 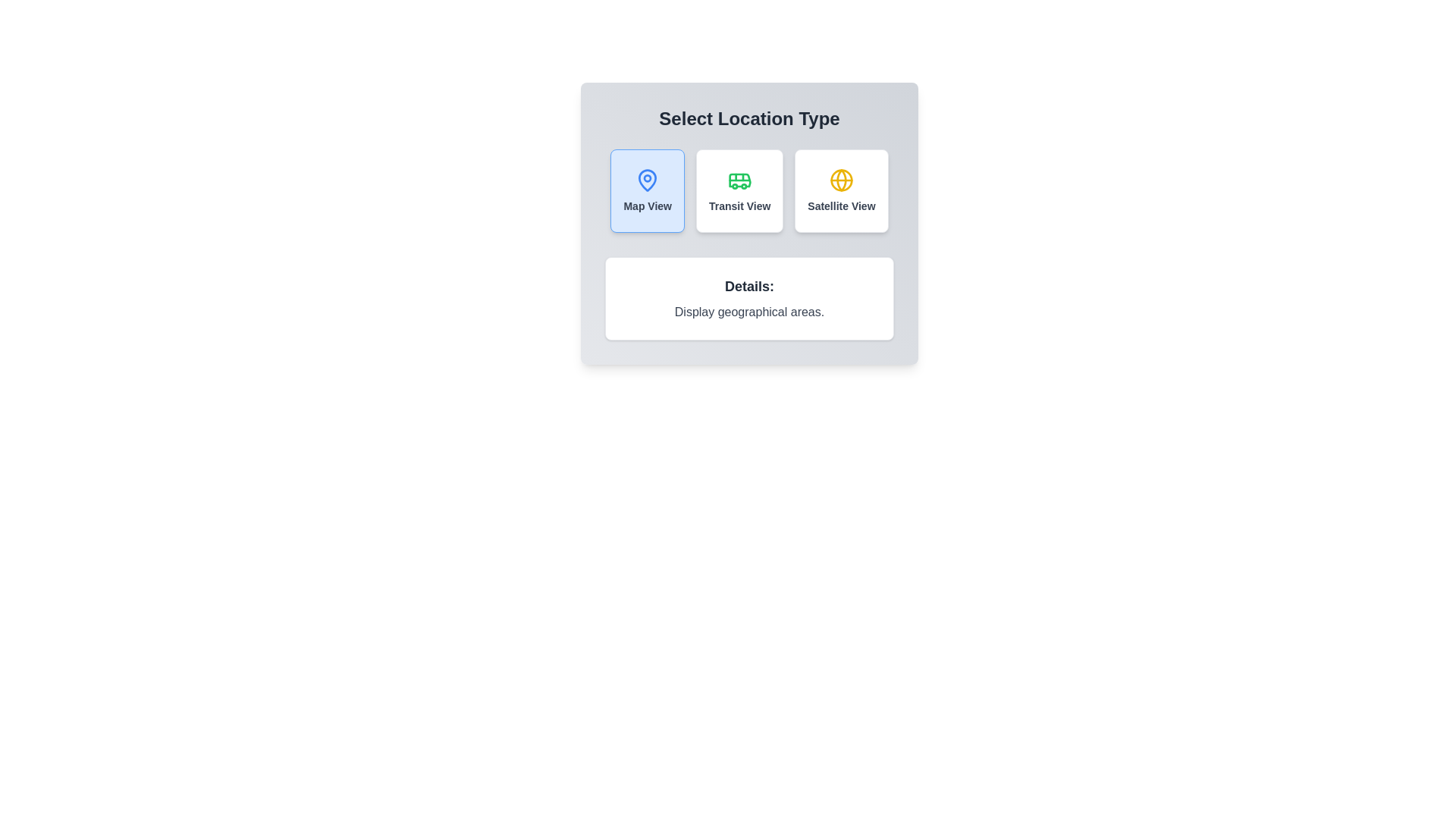 What do you see at coordinates (739, 190) in the screenshot?
I see `the second tile in the row of transit selection options, located under 'Select Location Type', to observe the scale effect` at bounding box center [739, 190].